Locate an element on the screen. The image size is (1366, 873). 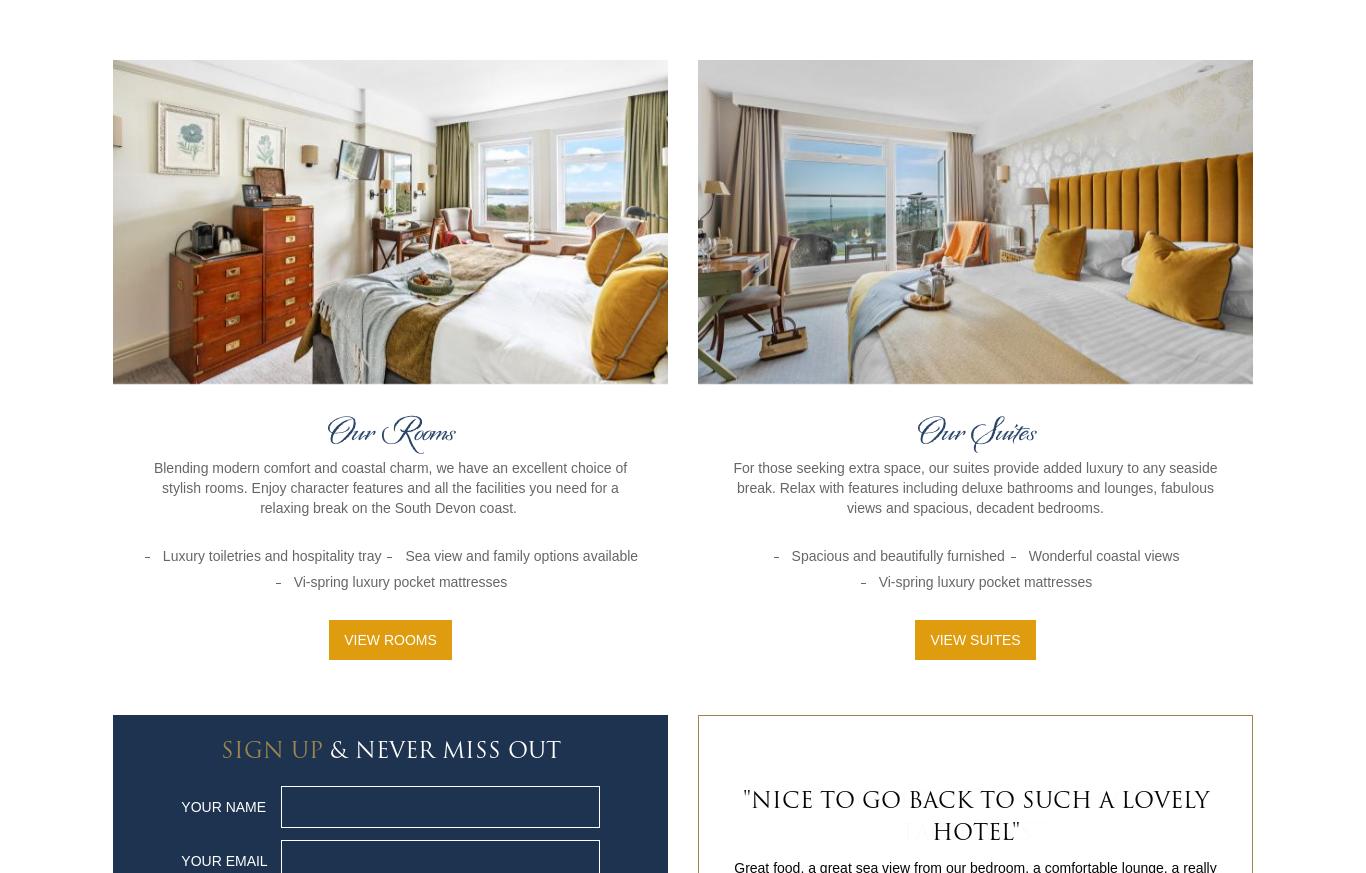
'For those seeking extra space, our suites provide added luxury to any seaside break. Relax with features including deluxe bathrooms and lounges, fabulous views and spacious, decadent bedrooms.' is located at coordinates (975, 486).